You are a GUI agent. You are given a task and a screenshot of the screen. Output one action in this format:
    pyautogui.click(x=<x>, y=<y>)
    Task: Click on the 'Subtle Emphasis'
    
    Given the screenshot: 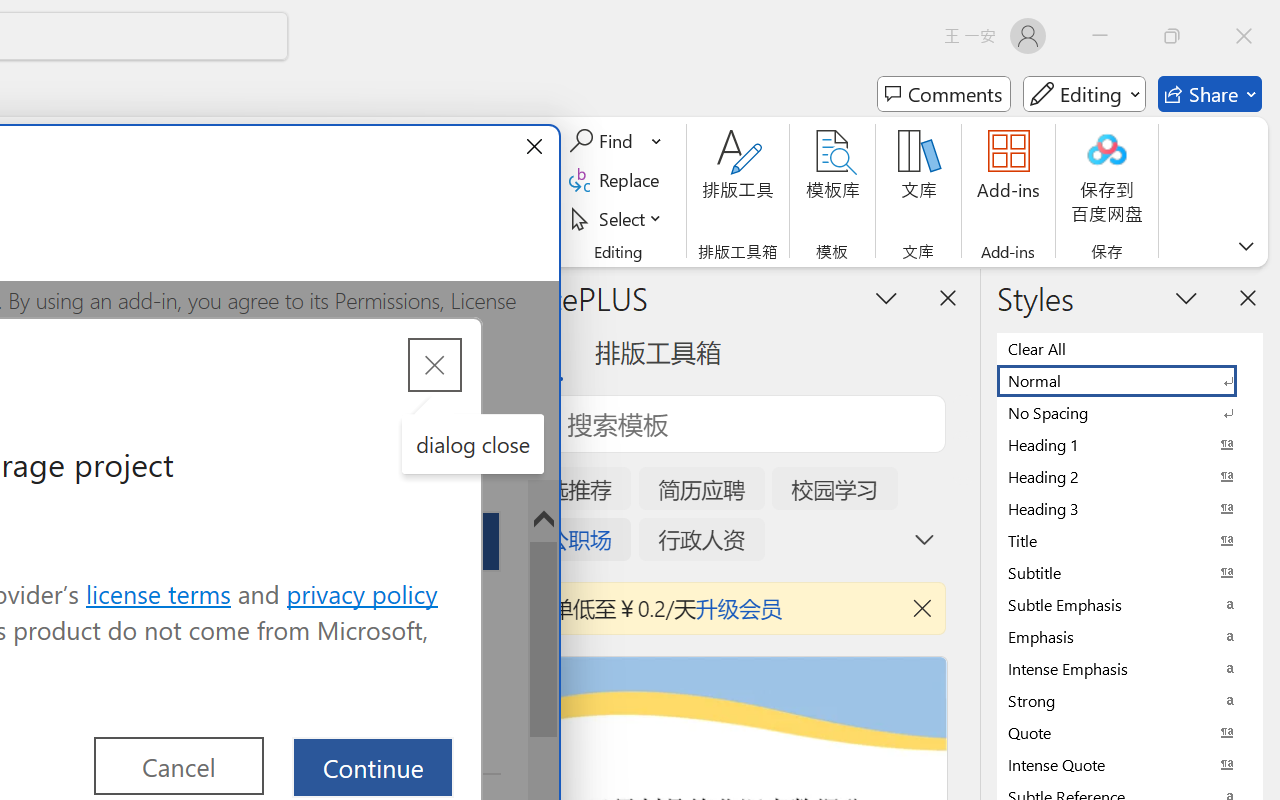 What is the action you would take?
    pyautogui.click(x=1130, y=604)
    